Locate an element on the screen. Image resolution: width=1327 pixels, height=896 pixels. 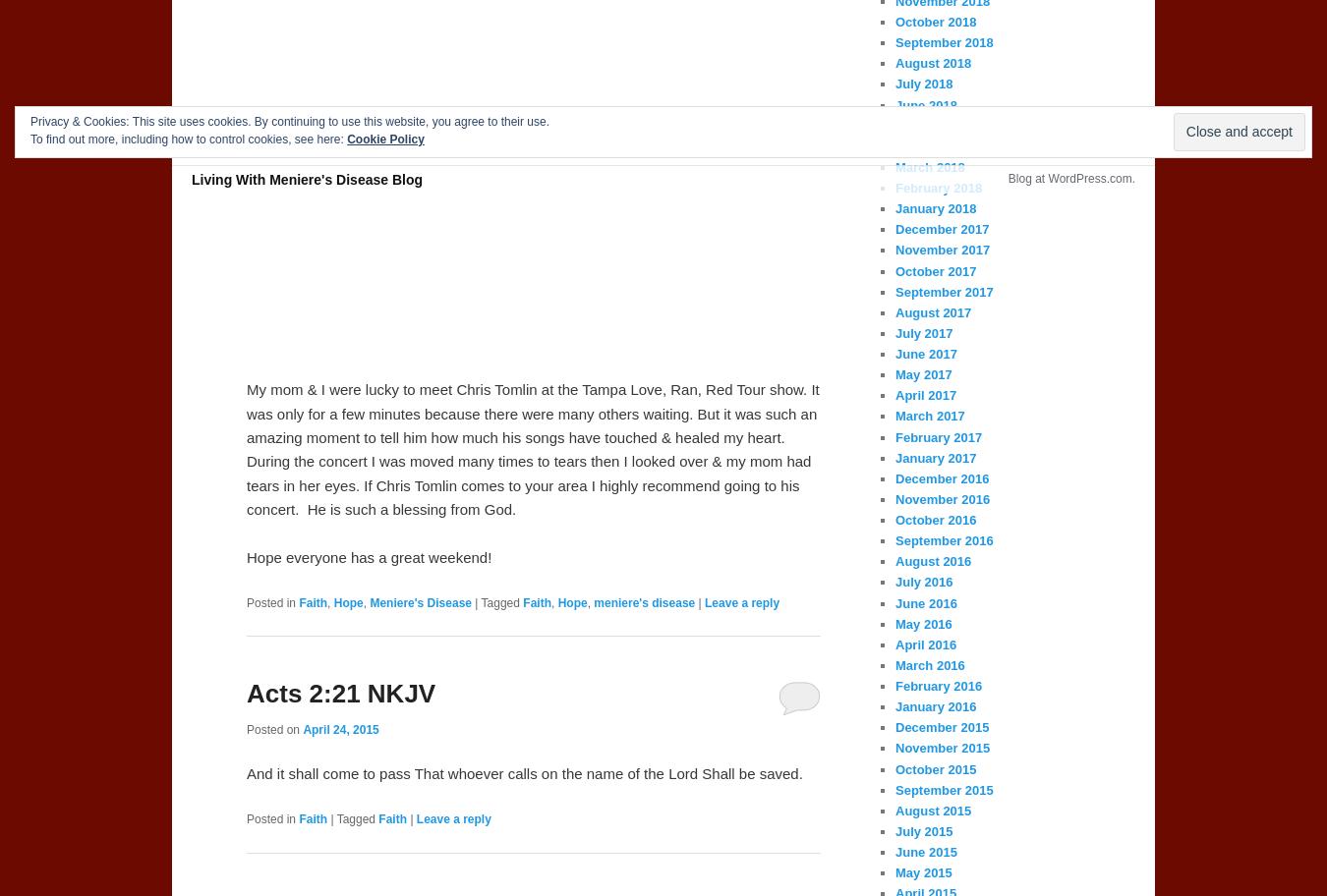
'April 2017' is located at coordinates (925, 395).